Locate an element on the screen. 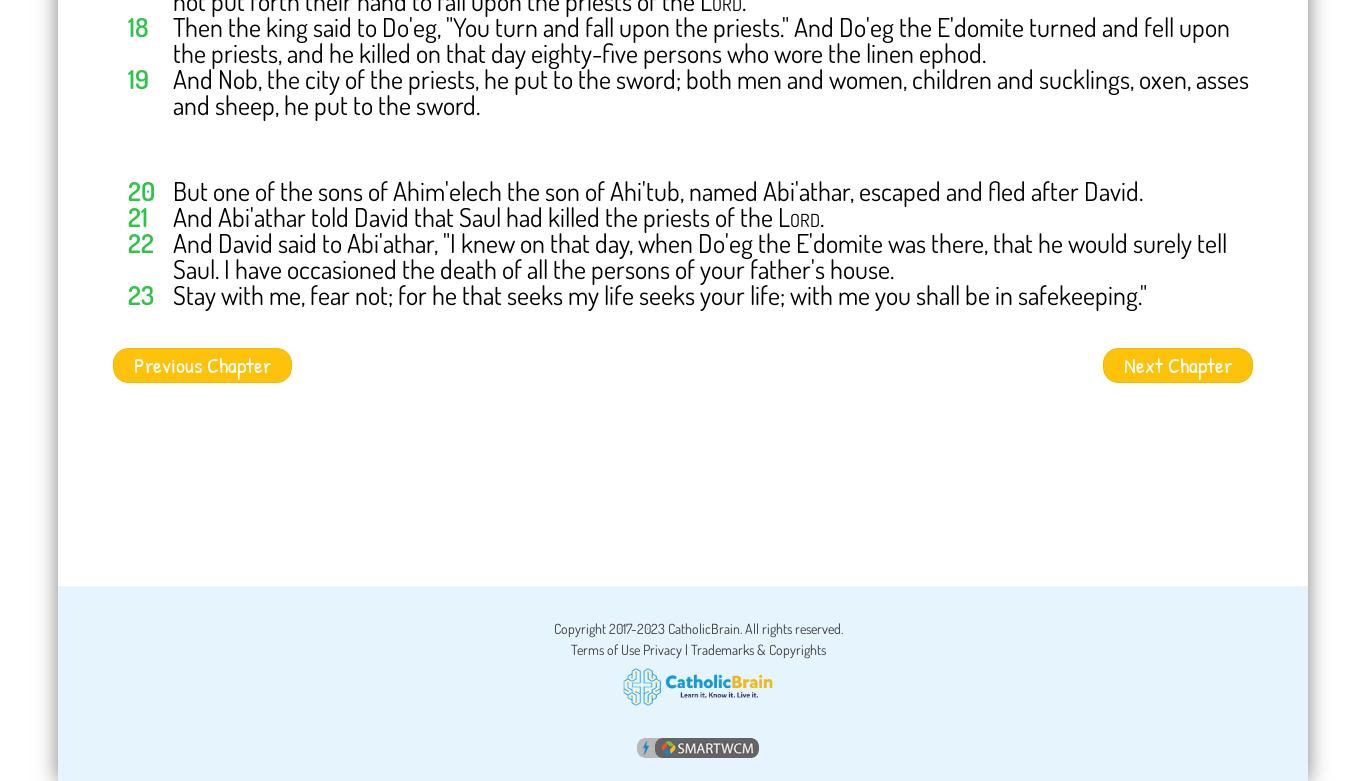  'But one of the sons of Ahim'elech the son of Ahi'tub, named Abi'athar, escaped and fled after David.' is located at coordinates (657, 189).